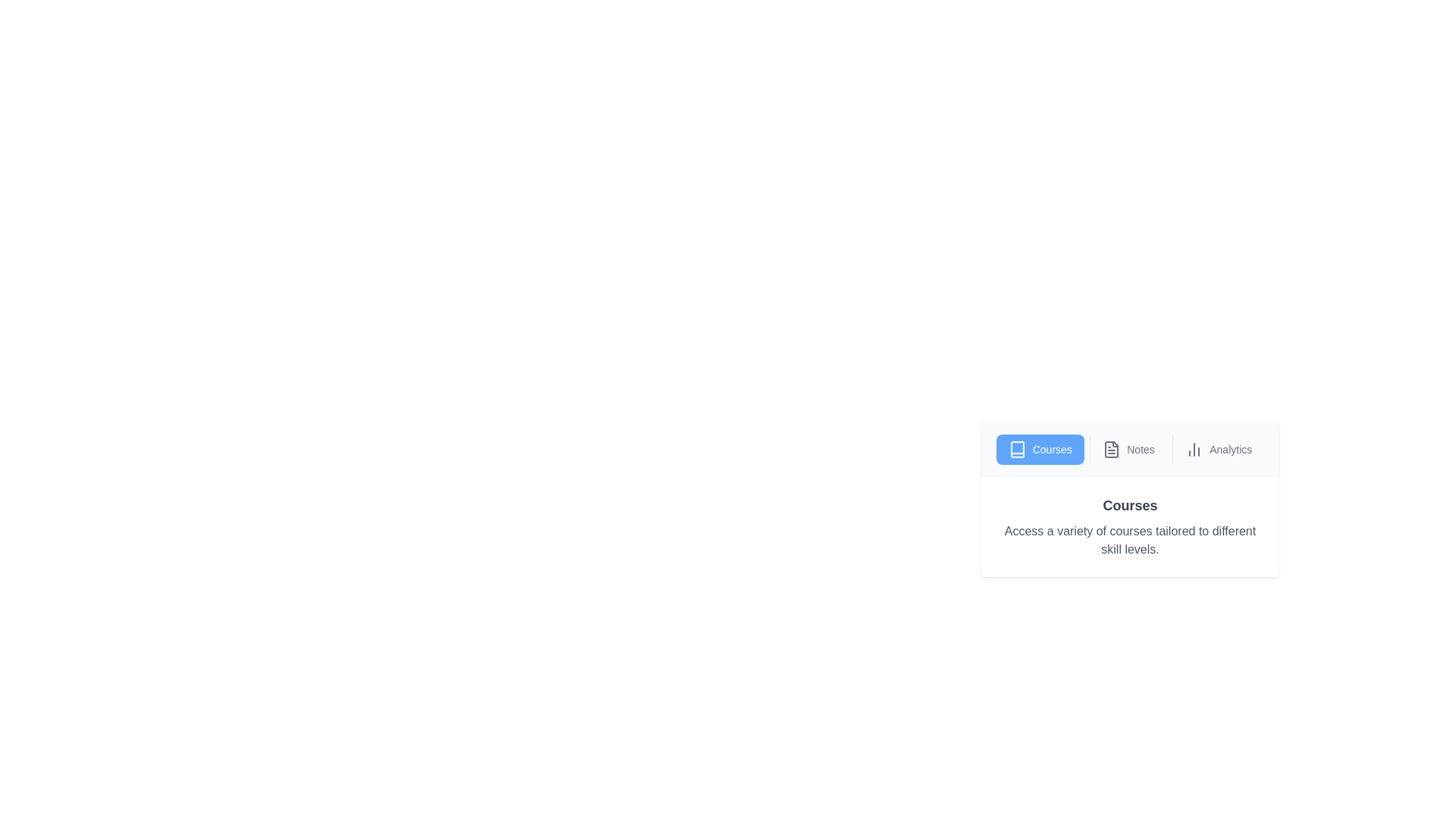 Image resolution: width=1456 pixels, height=819 pixels. I want to click on the Courses tab by clicking on its button, so click(1039, 449).